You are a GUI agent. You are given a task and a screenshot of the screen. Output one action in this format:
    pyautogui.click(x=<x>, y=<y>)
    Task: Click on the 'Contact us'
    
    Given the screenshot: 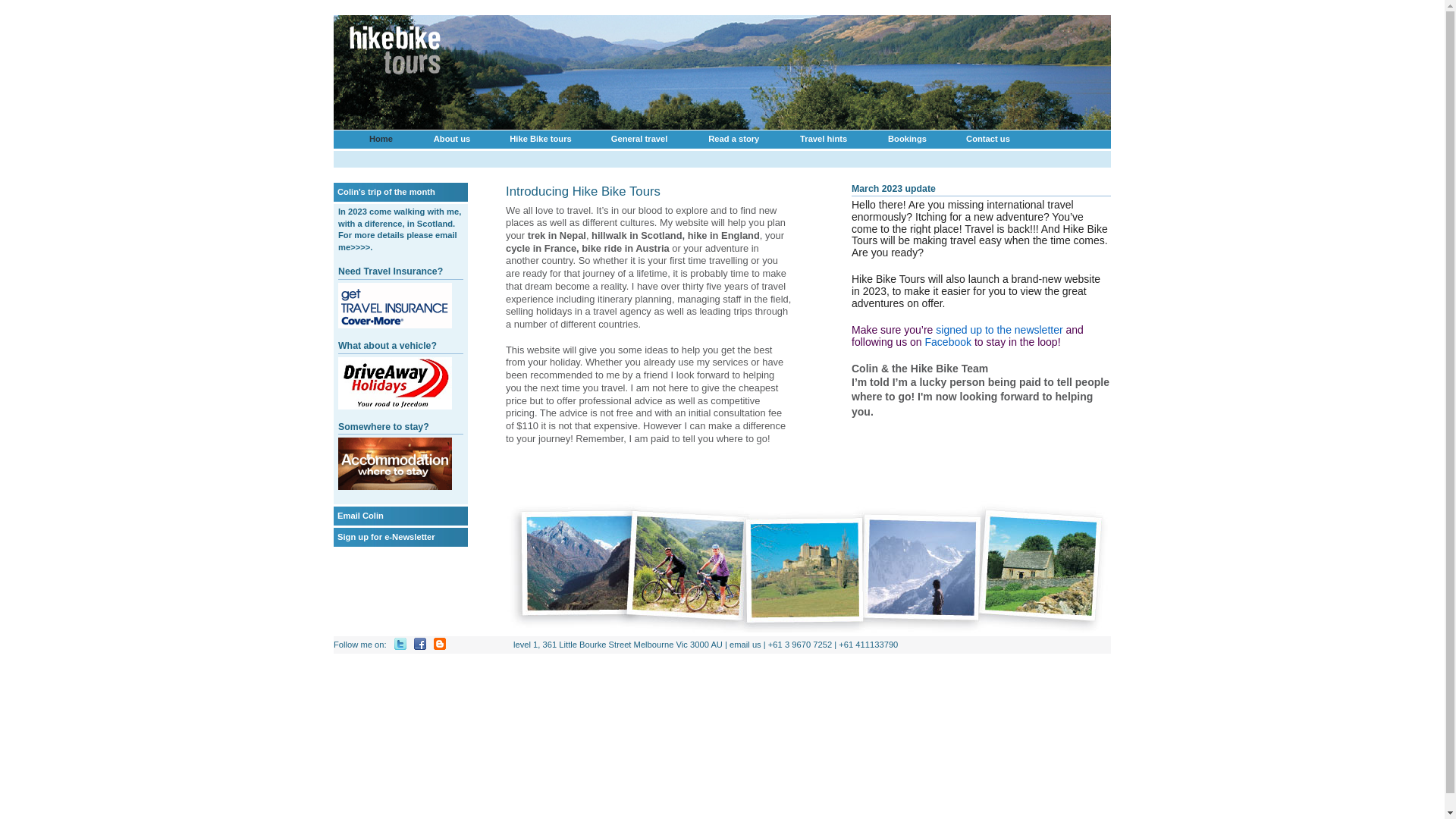 What is the action you would take?
    pyautogui.click(x=987, y=139)
    